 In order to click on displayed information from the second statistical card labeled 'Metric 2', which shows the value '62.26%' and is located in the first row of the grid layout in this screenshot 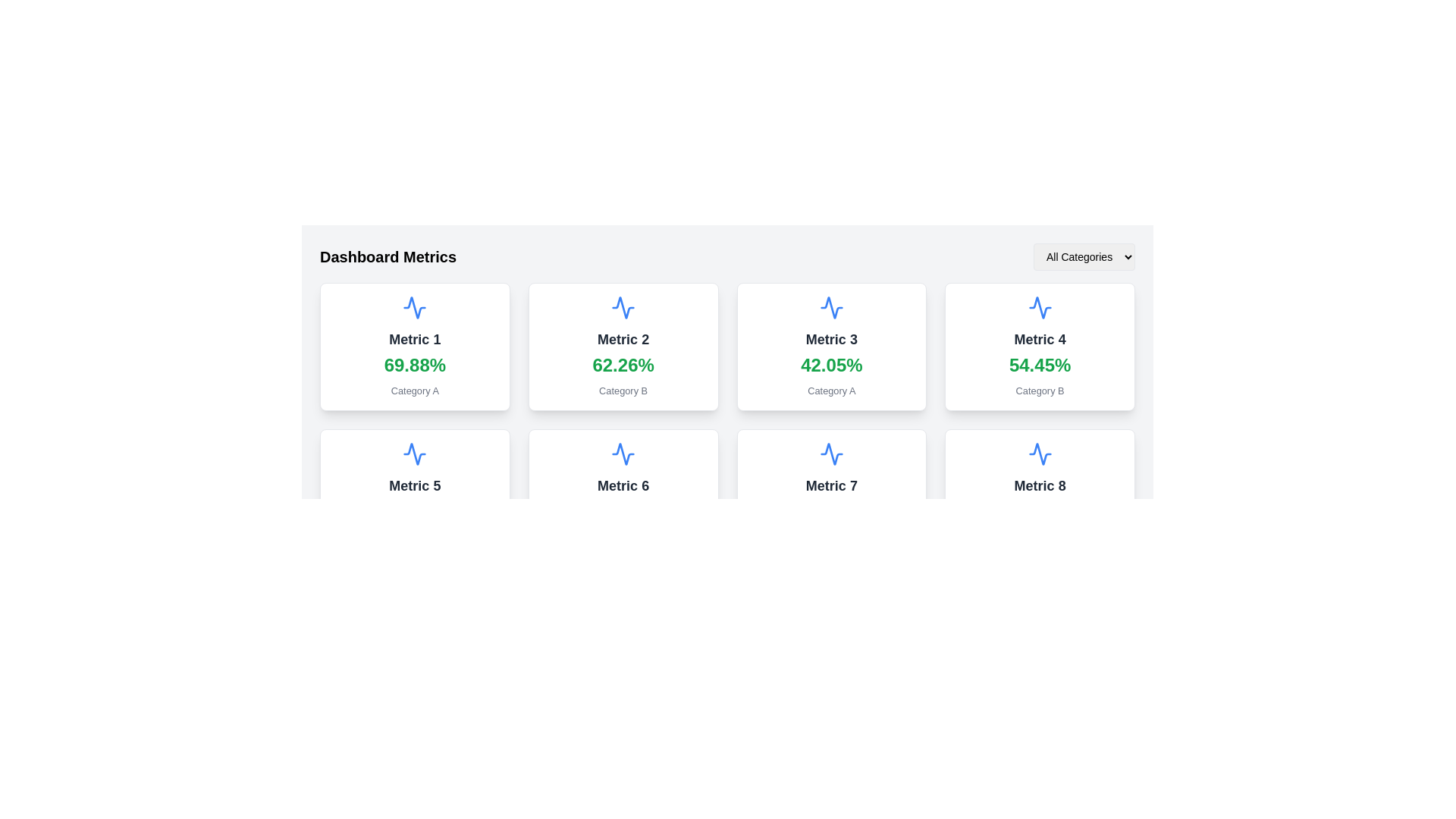, I will do `click(623, 347)`.